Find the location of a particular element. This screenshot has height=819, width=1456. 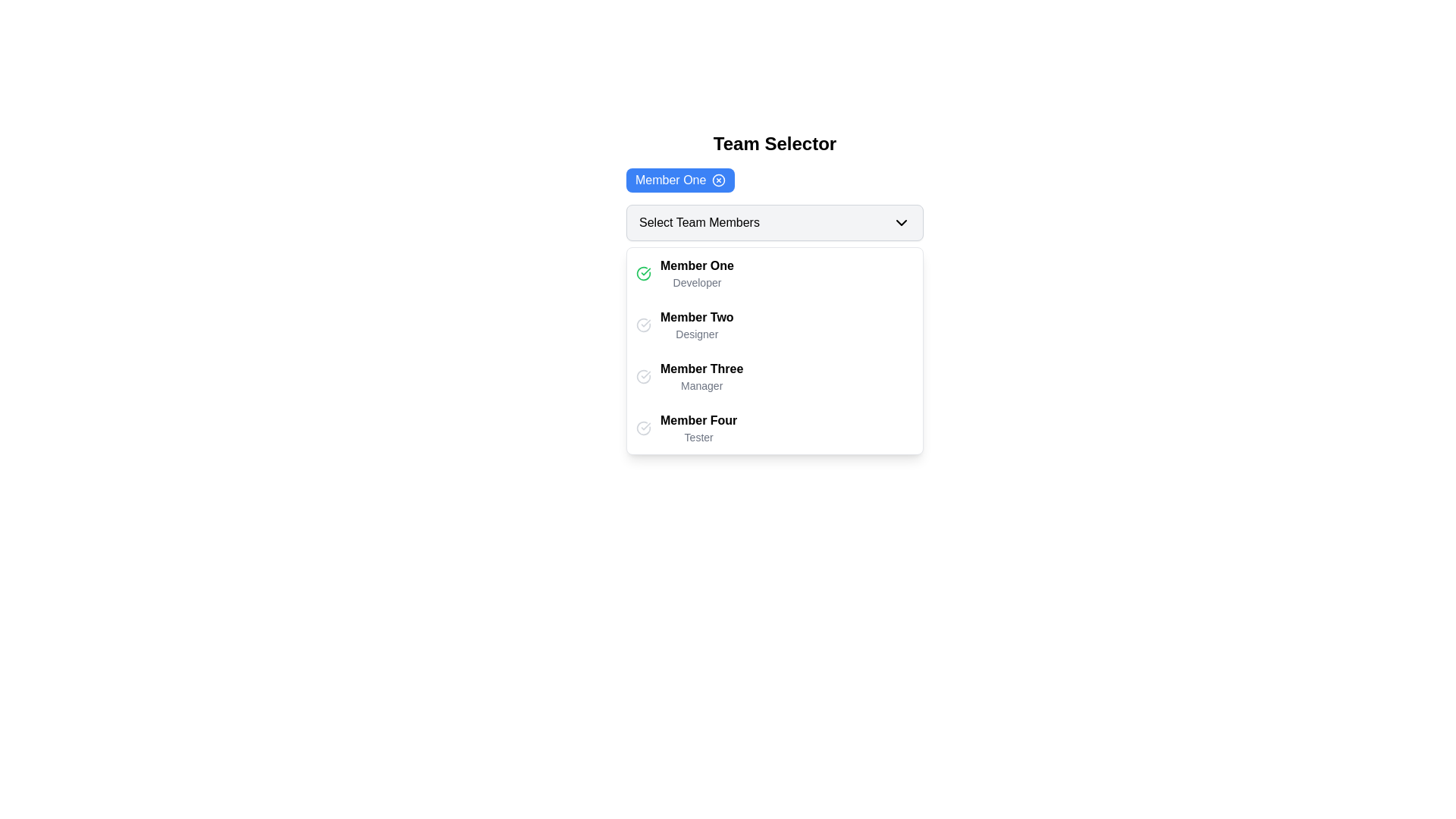

the selection state indicated by the first circular icon in the dropdown list next to 'Member One' is located at coordinates (644, 274).